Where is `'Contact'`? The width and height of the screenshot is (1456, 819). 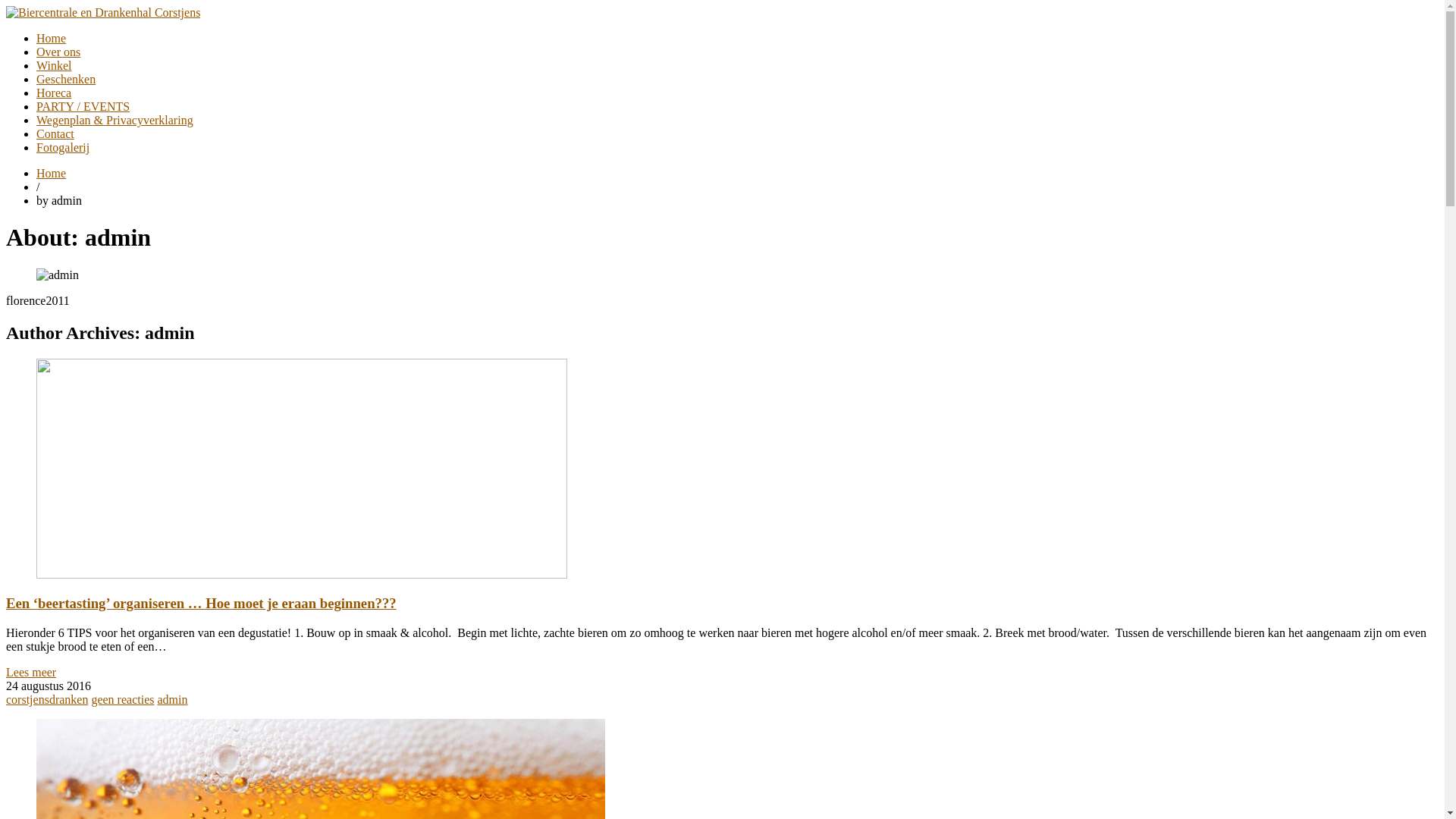 'Contact' is located at coordinates (55, 133).